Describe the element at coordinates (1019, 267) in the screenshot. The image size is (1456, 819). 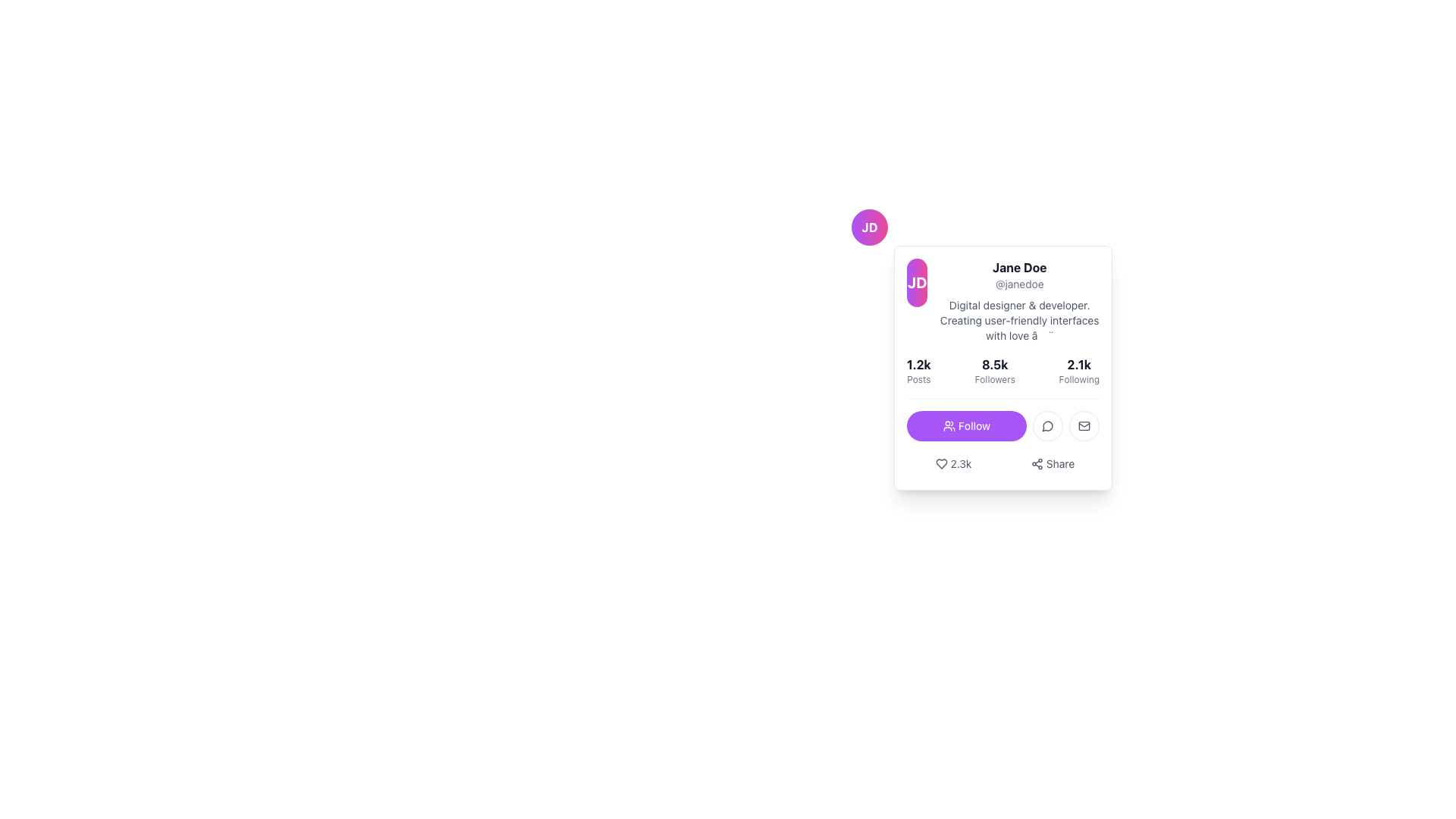
I see `the text displayed in the Text Label at the top of the user profile card` at that location.